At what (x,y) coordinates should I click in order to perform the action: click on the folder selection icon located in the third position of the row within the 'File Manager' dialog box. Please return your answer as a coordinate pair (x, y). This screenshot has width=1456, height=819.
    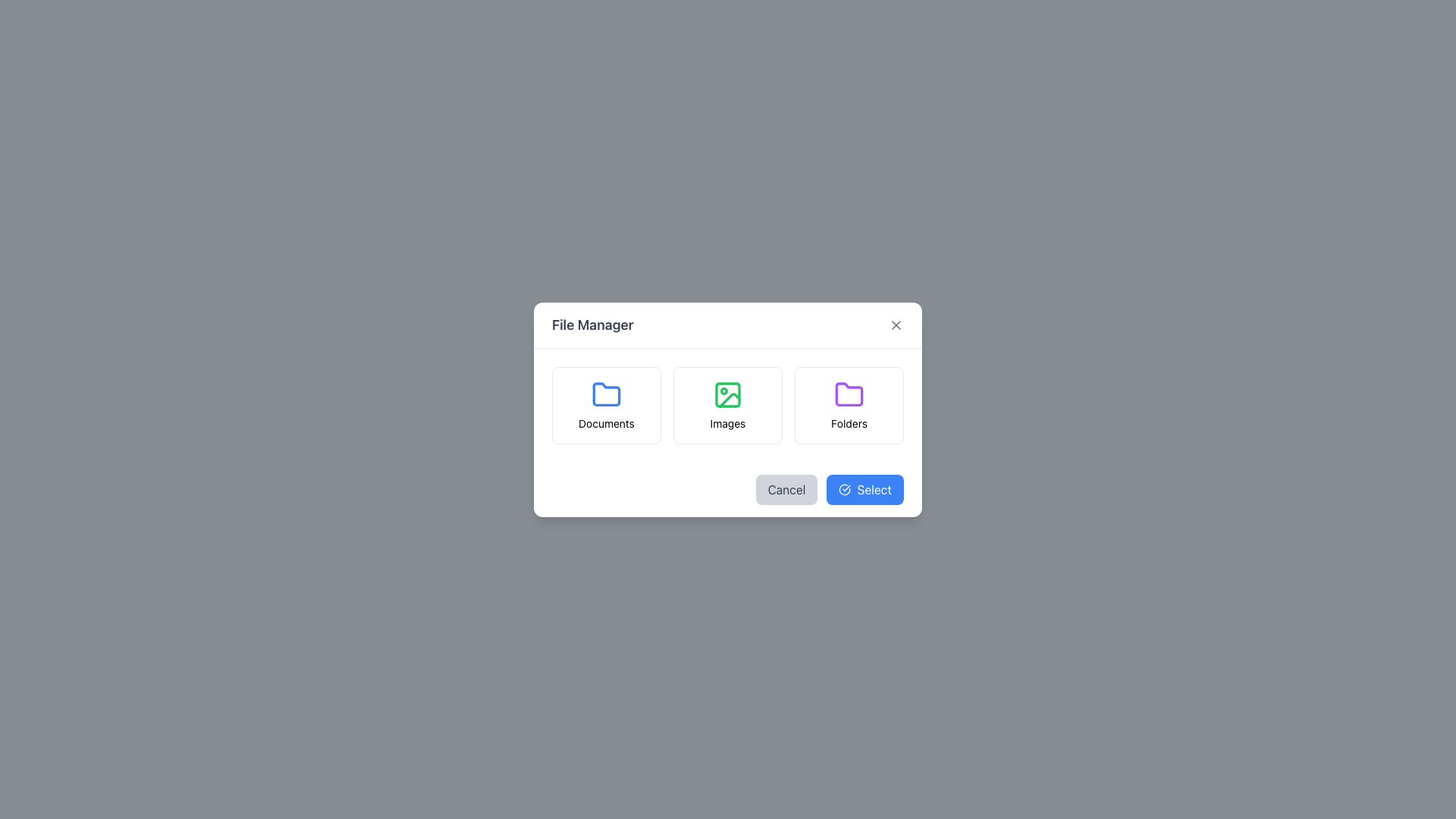
    Looking at the image, I should click on (848, 394).